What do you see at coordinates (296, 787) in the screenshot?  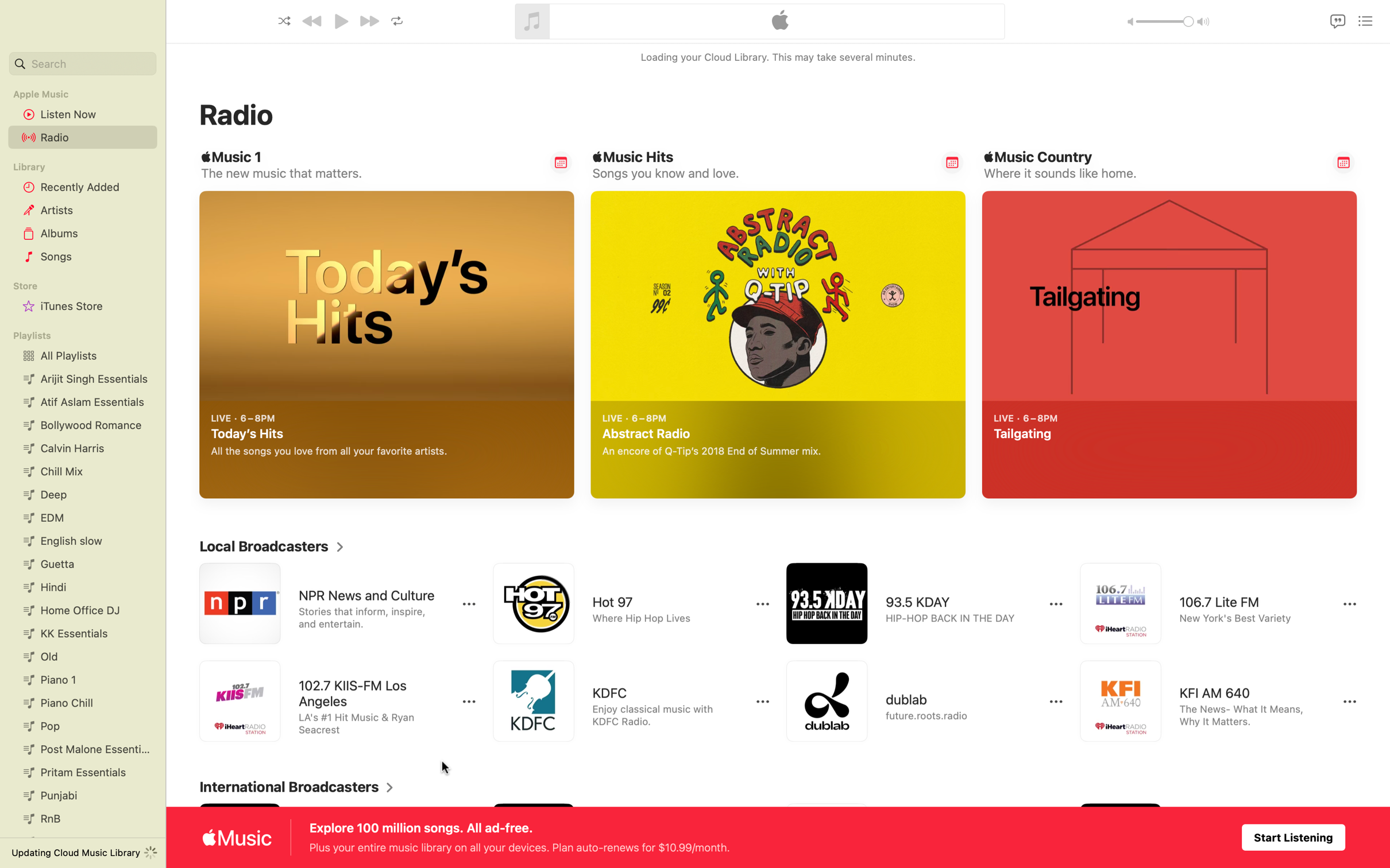 I see `Unfold the complete catalog of international radio stations` at bounding box center [296, 787].